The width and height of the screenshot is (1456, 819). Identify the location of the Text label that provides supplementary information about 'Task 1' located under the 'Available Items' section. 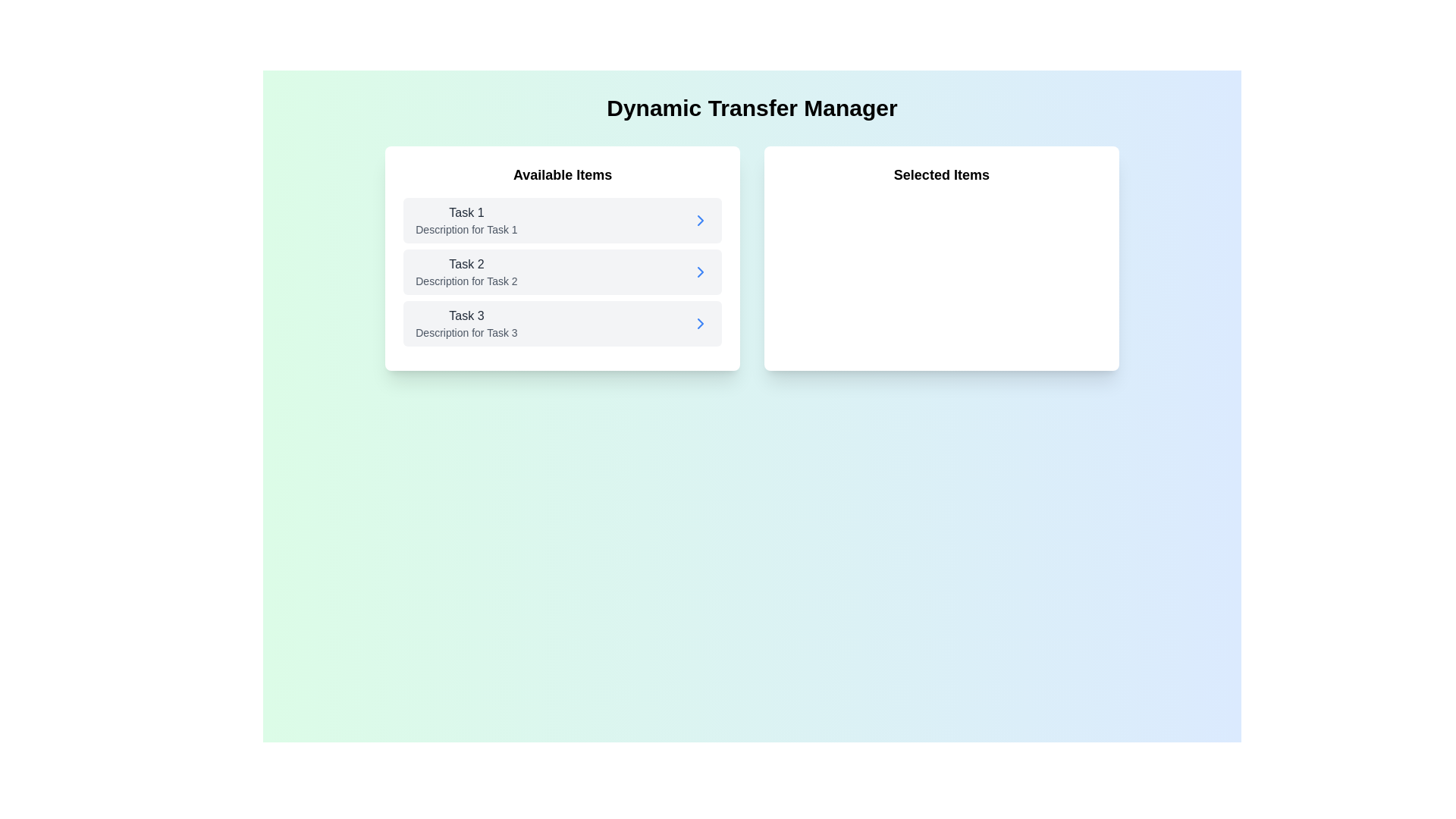
(466, 230).